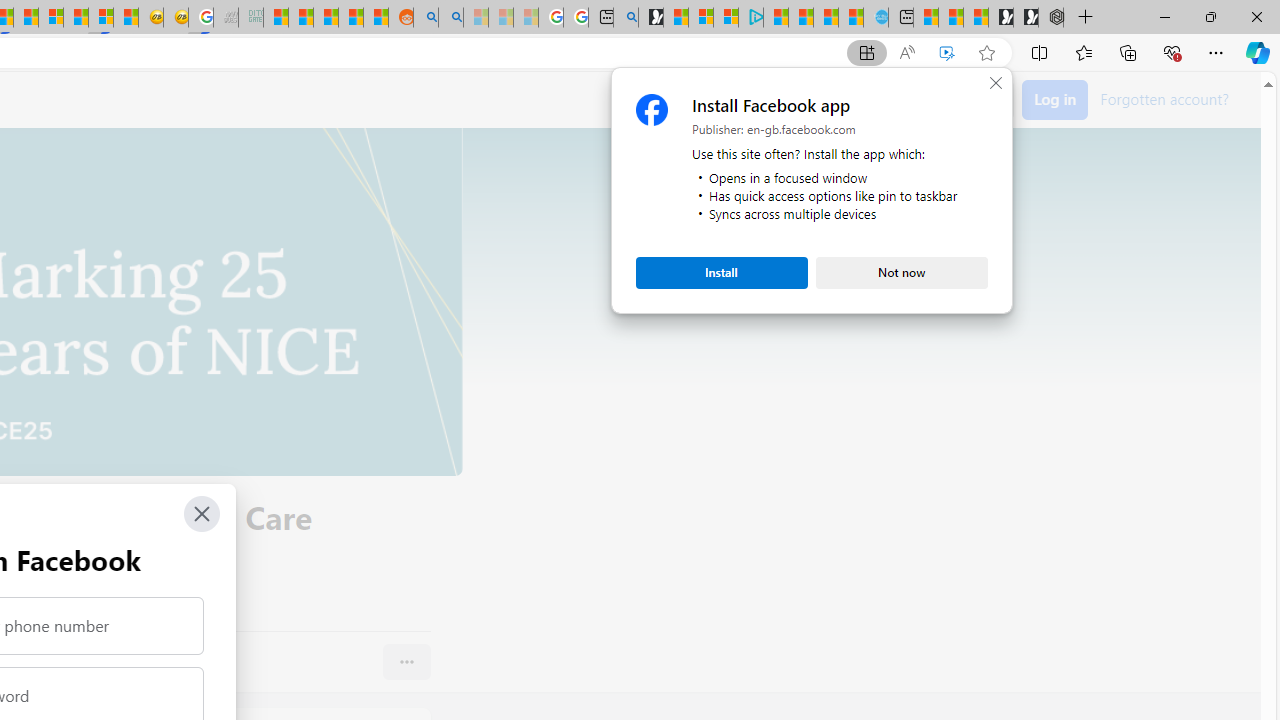 This screenshot has width=1280, height=720. I want to click on 'DITOGAMES AG Imprint - Sleeping', so click(249, 17).